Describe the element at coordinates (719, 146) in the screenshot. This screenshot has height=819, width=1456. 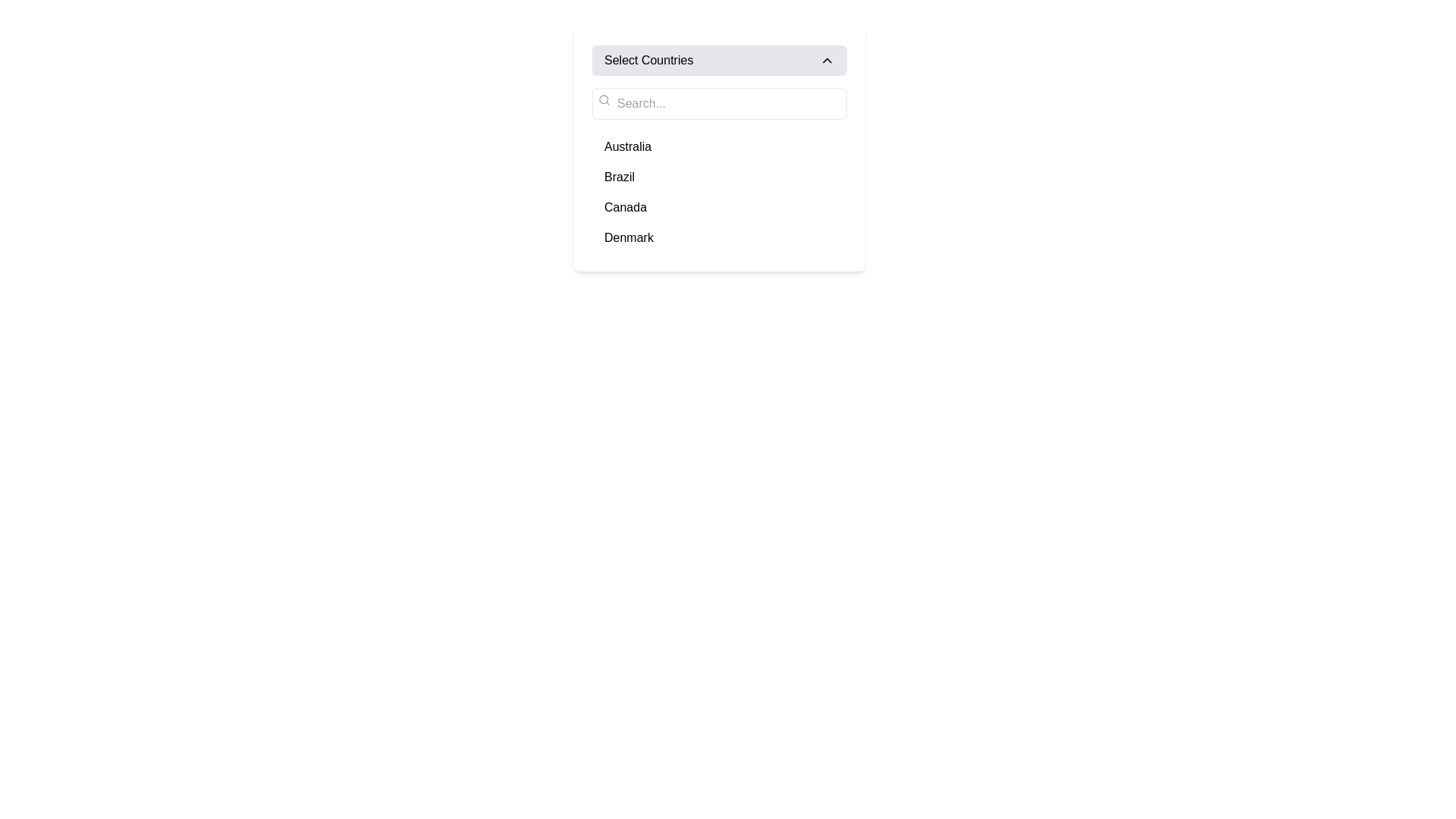
I see `the dropdown menu item displaying 'Australia', which is the first selectable option in the dropdown list located below the search field` at that location.